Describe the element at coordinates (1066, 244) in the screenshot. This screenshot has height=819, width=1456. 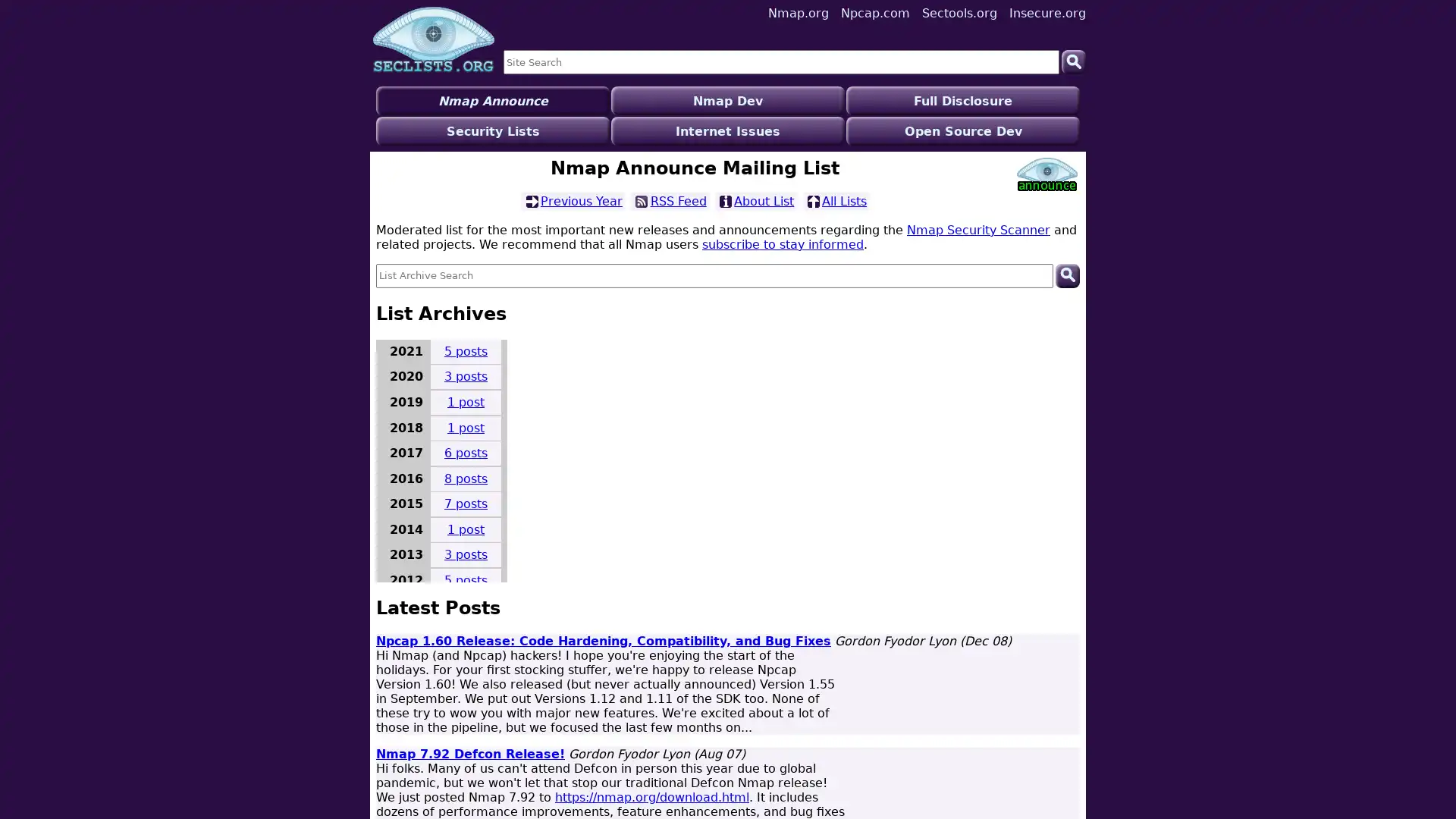
I see `Search` at that location.